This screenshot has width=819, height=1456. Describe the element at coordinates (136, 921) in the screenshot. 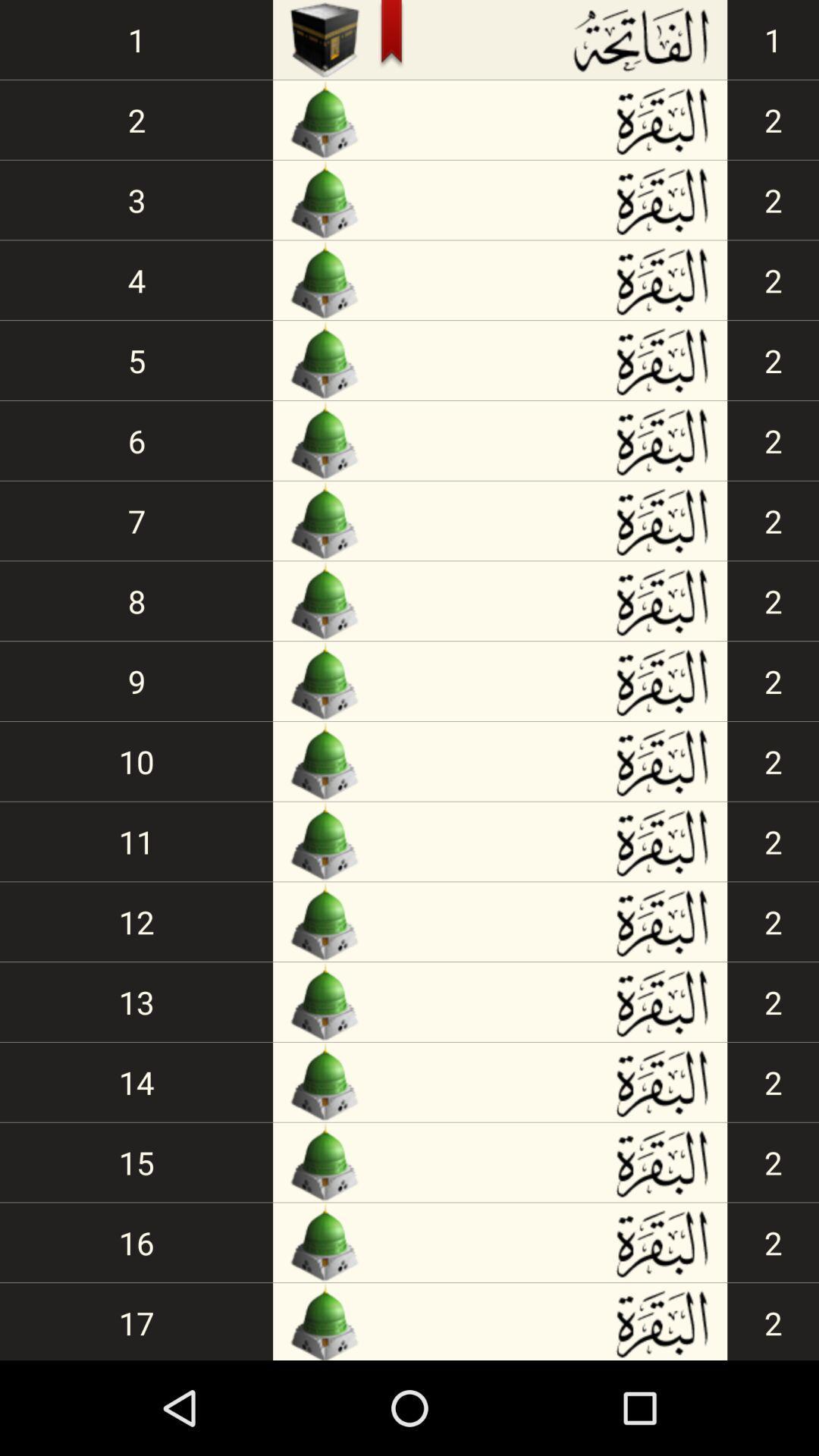

I see `the 12 item` at that location.